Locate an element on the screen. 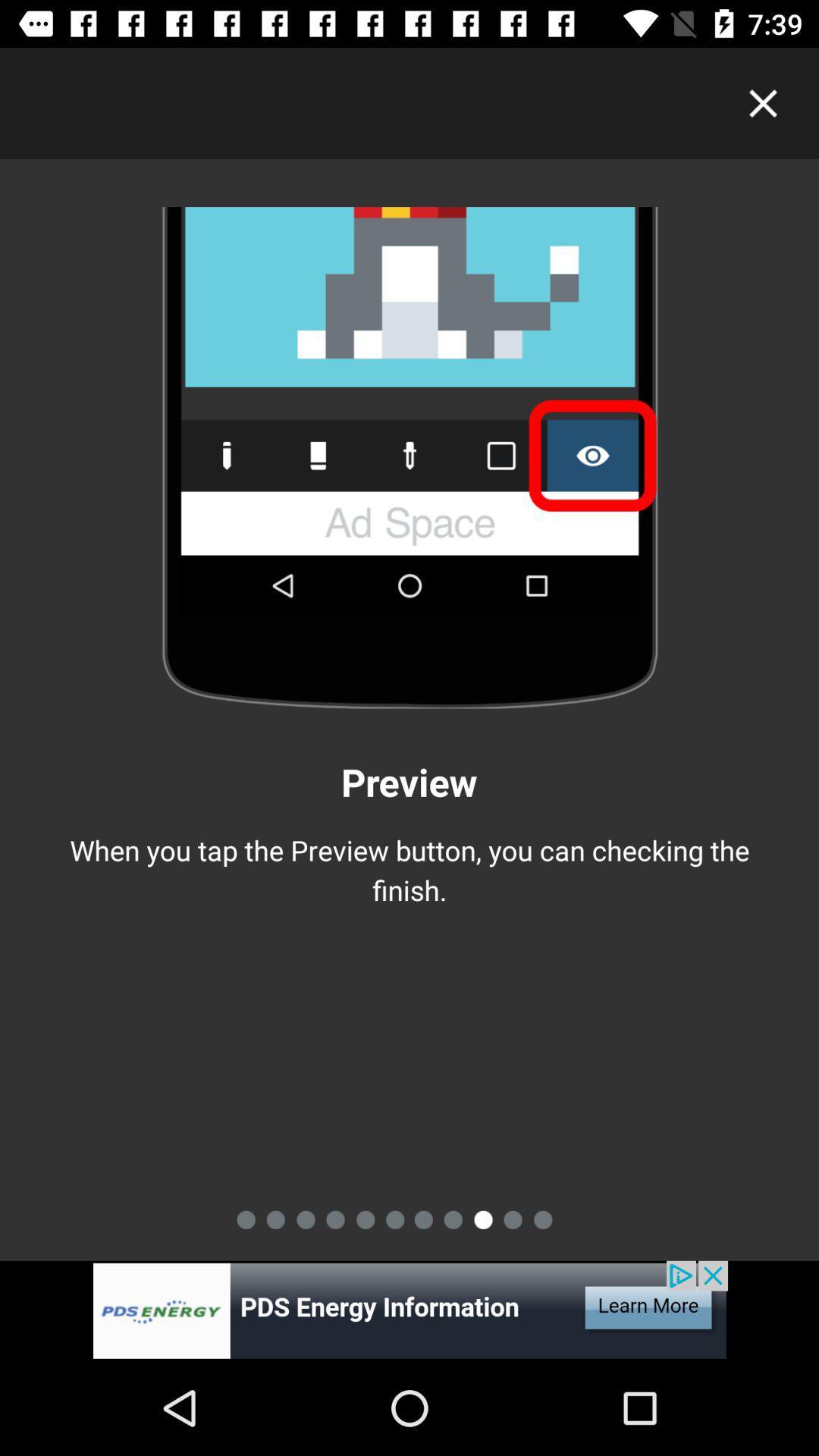  close is located at coordinates (763, 102).